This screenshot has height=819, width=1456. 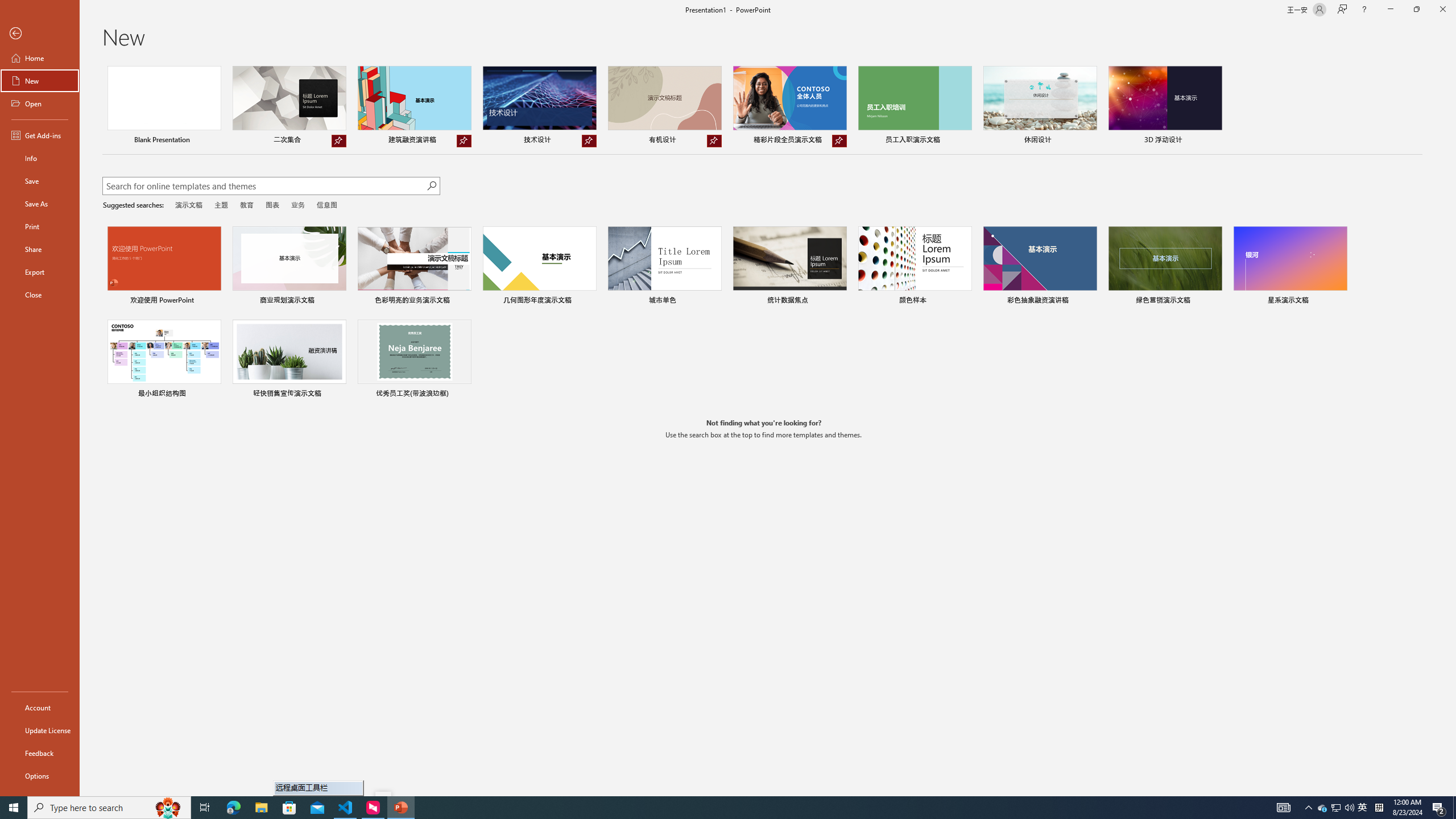 I want to click on 'Start searching', so click(x=431, y=185).